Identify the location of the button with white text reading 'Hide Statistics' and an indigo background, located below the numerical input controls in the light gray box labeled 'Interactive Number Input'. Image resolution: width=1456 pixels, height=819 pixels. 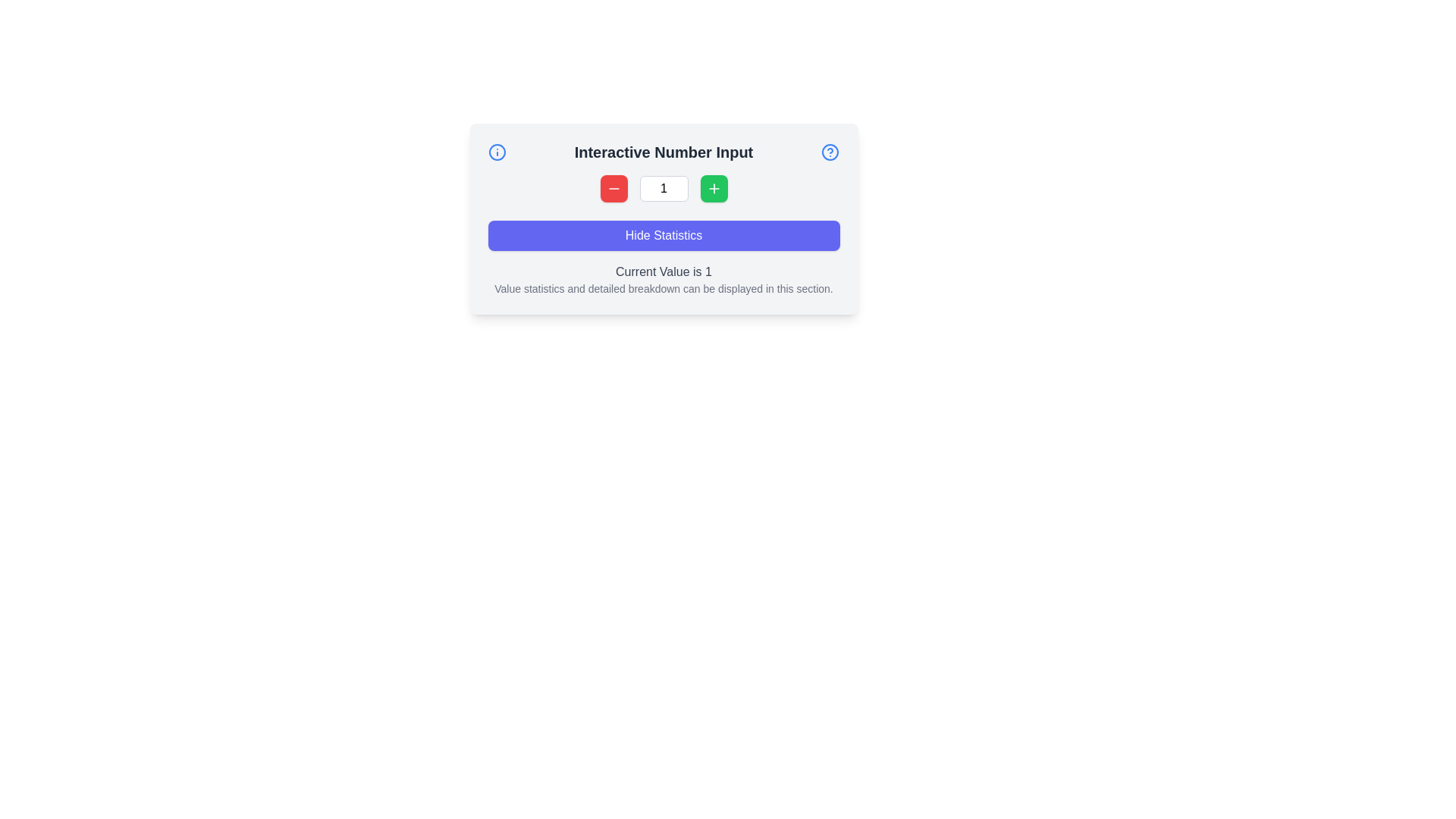
(664, 236).